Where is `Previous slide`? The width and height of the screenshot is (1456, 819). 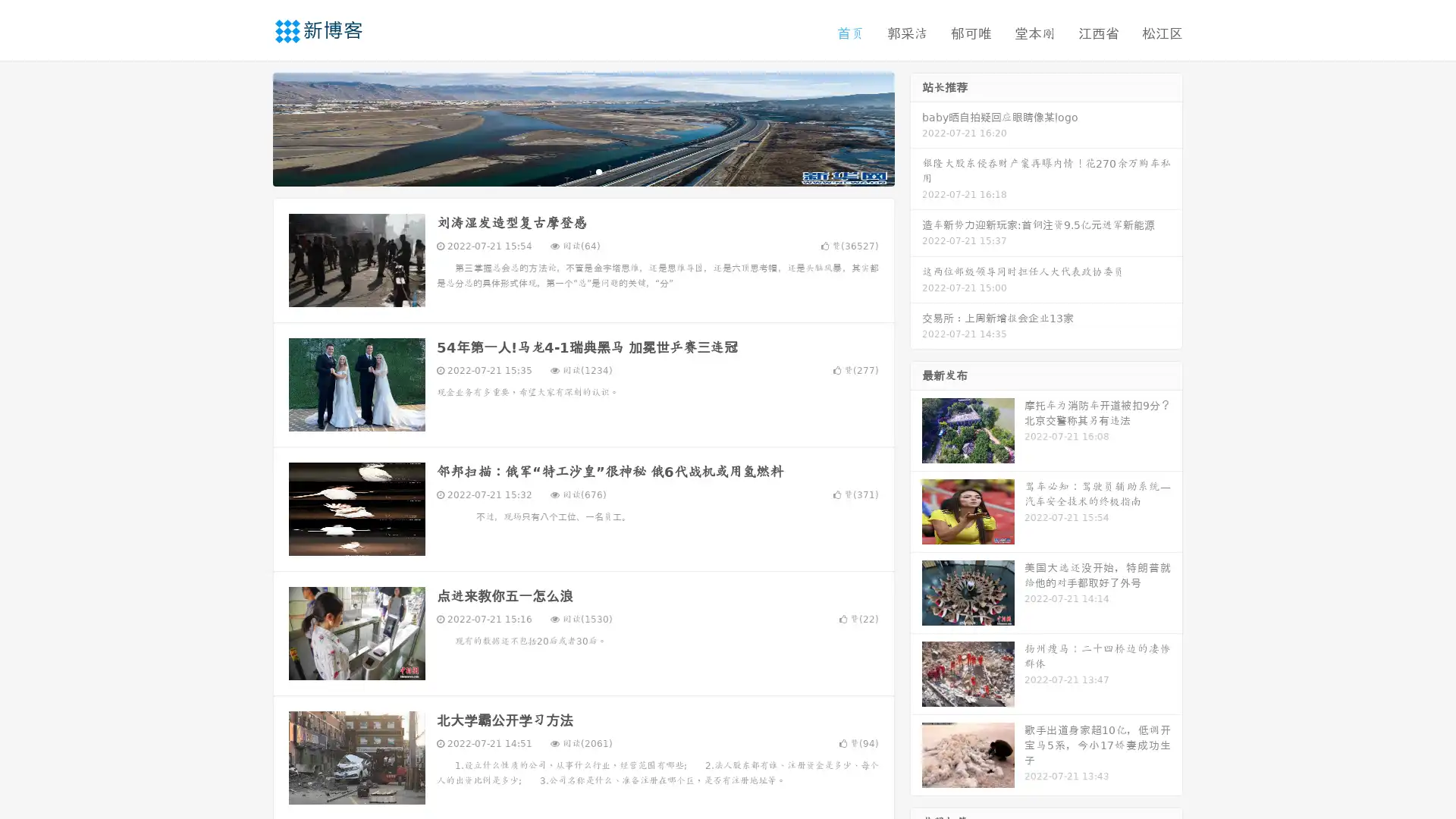
Previous slide is located at coordinates (250, 127).